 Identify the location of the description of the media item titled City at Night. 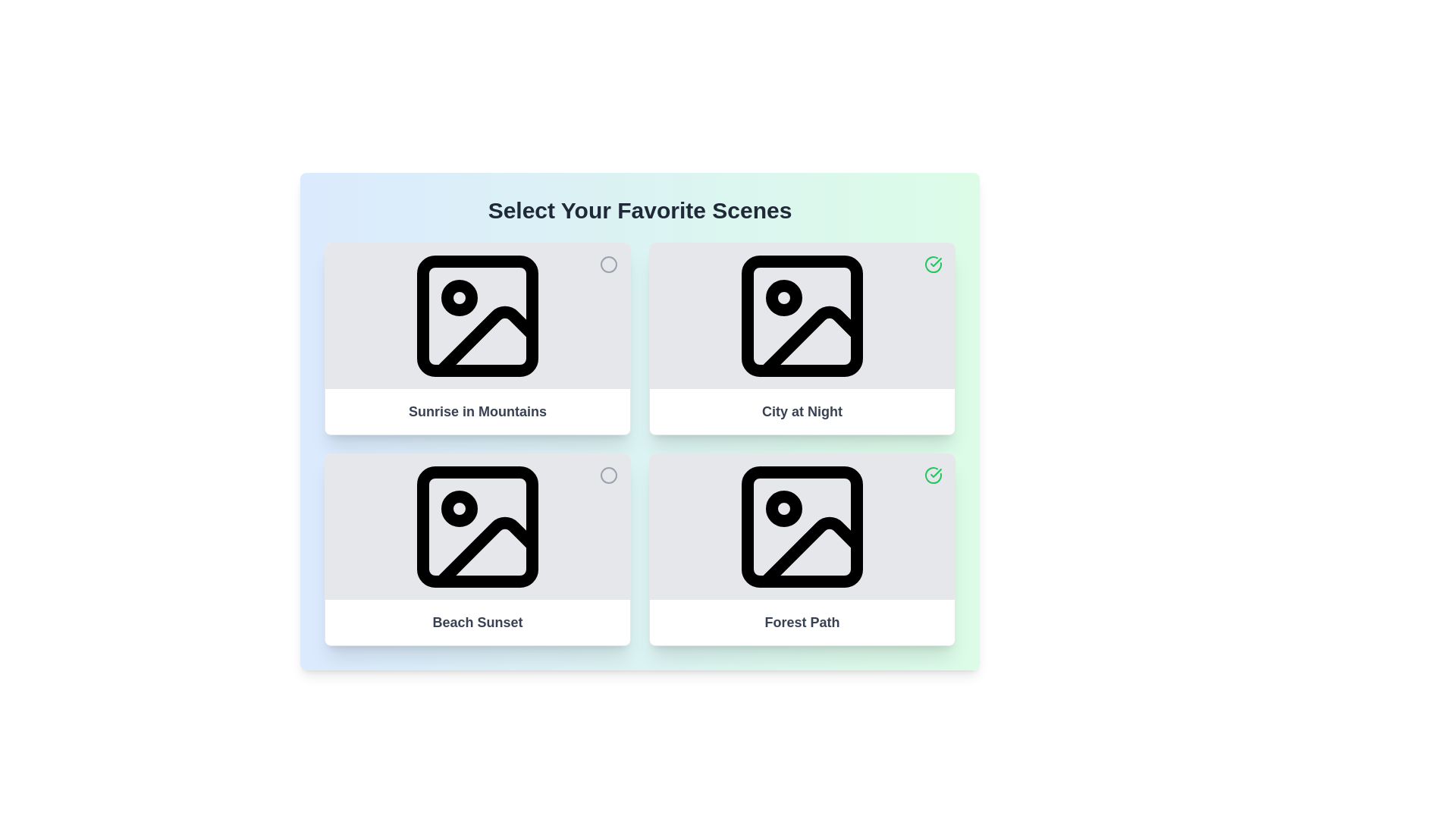
(801, 412).